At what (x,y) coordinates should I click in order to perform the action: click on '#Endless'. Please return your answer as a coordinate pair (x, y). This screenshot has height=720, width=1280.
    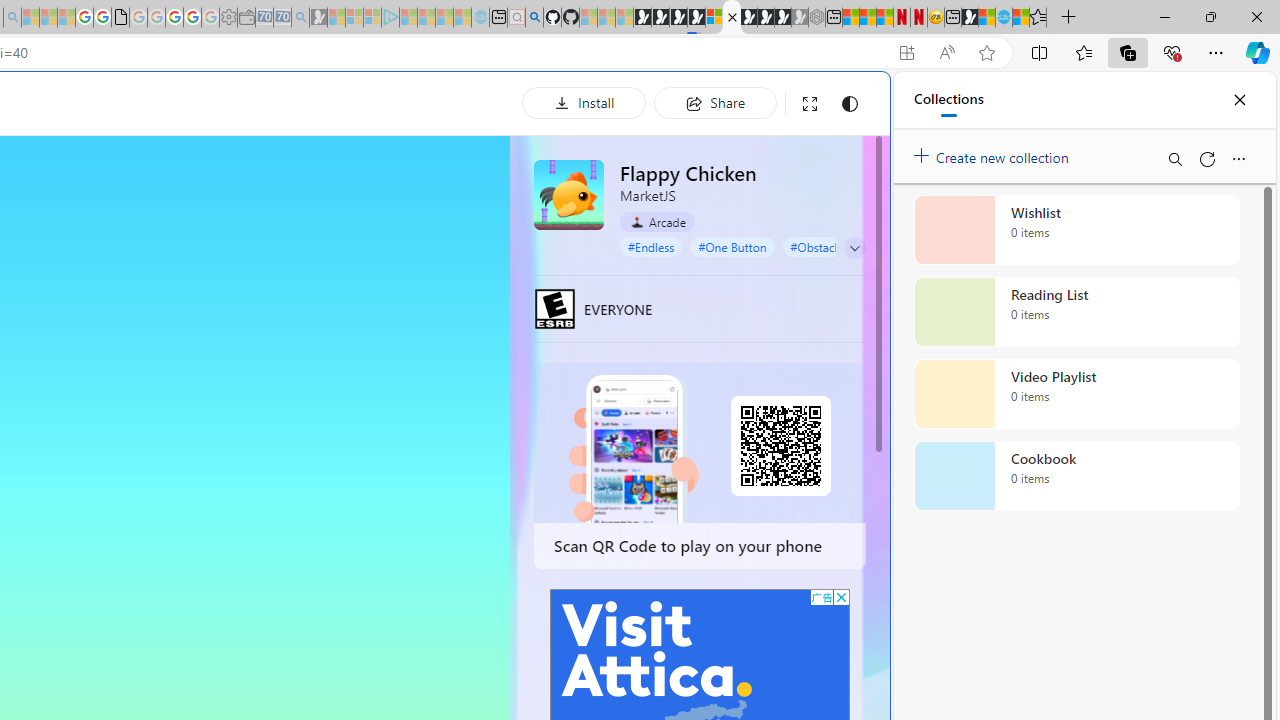
    Looking at the image, I should click on (651, 245).